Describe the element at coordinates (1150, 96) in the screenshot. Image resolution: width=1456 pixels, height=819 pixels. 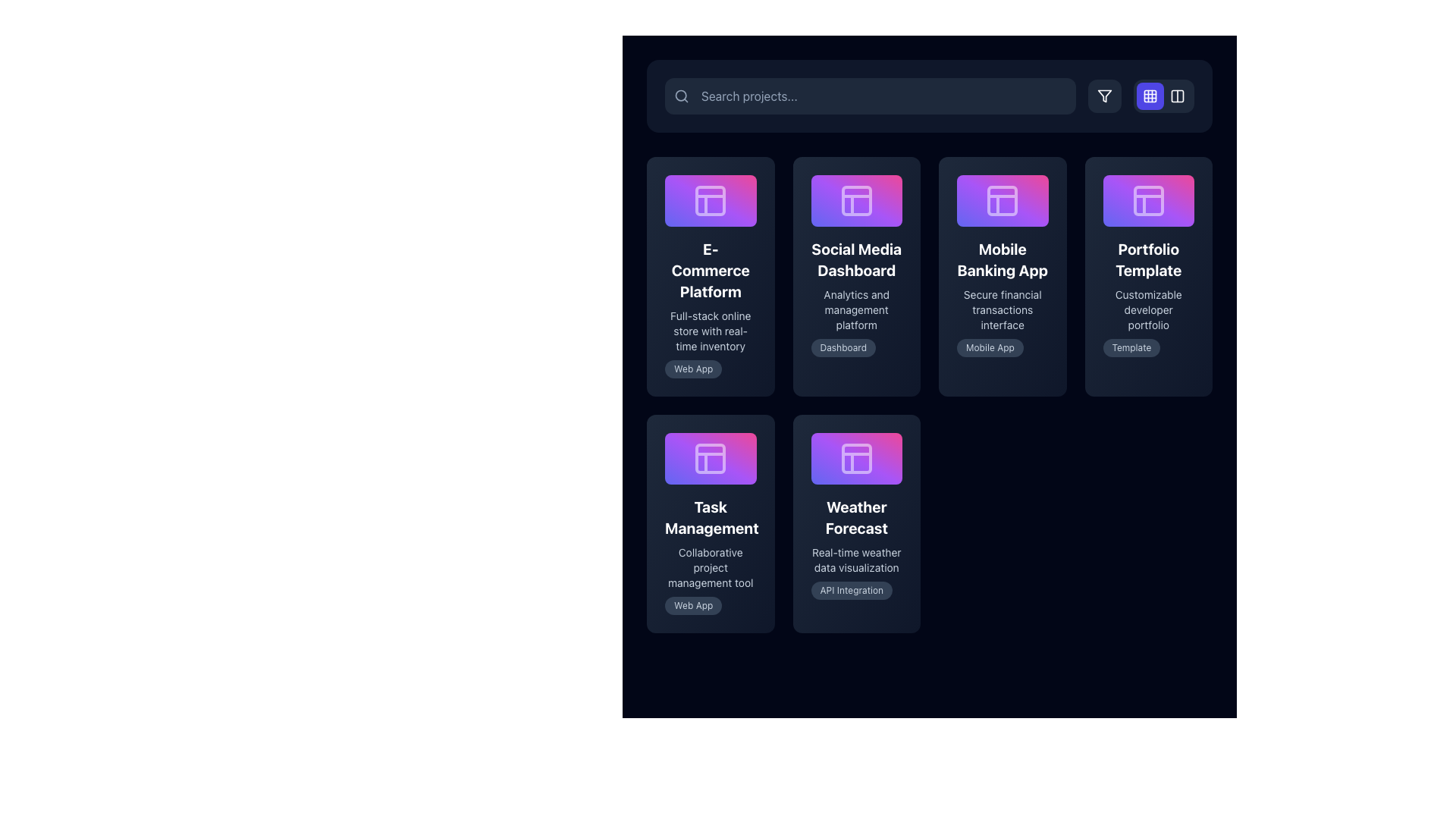
I see `the center square of the grid icon element located at the top-right section of the layout, which is styled with rounded corners and matches the theme of the surrounding grid lines` at that location.